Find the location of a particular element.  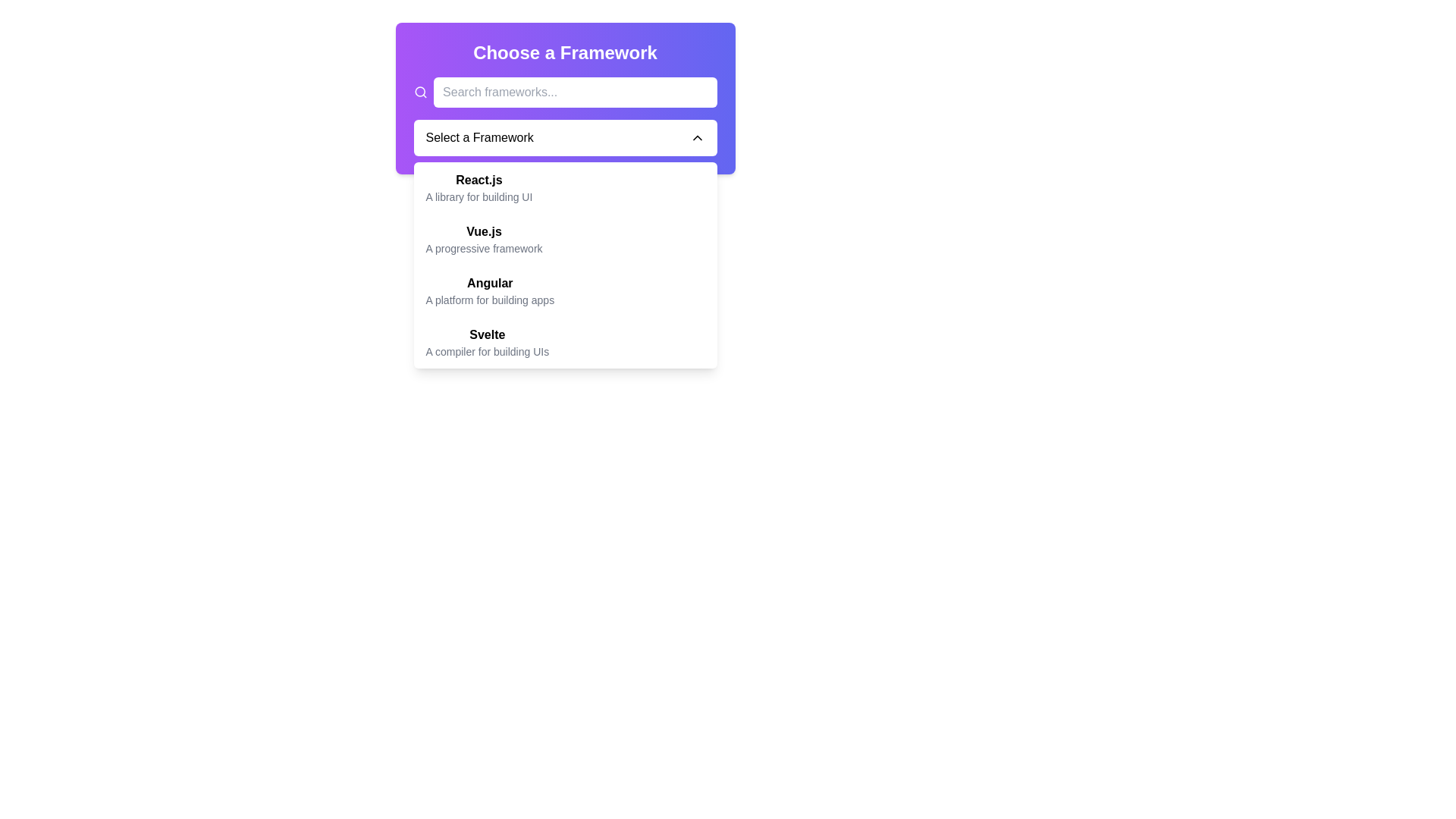

the 'React.js' menu item in the dropdown menu under 'Select a Framework' is located at coordinates (564, 187).